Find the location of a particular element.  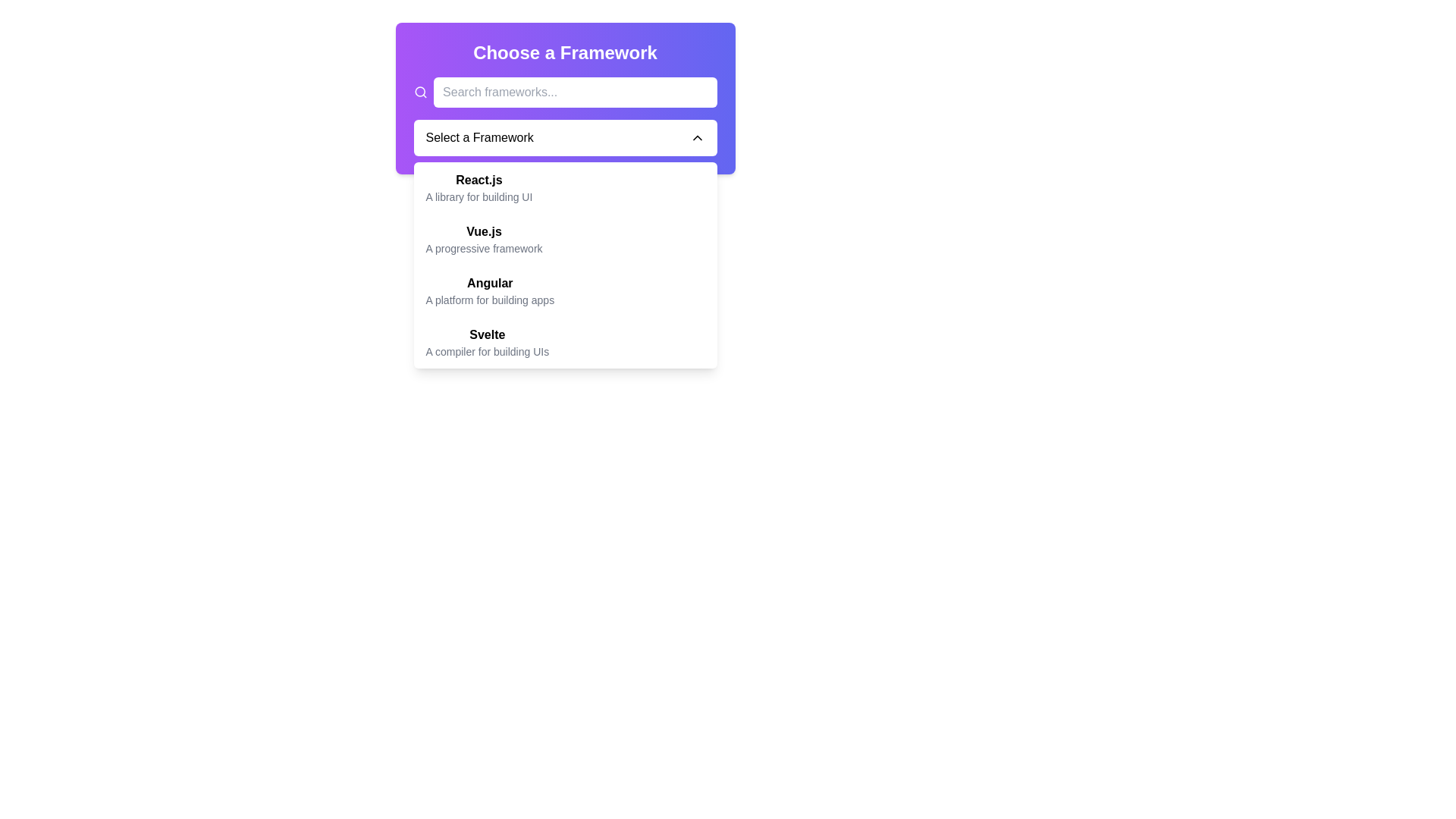

the 'React.js' menu item in the dropdown menu under 'Select a Framework' is located at coordinates (564, 187).